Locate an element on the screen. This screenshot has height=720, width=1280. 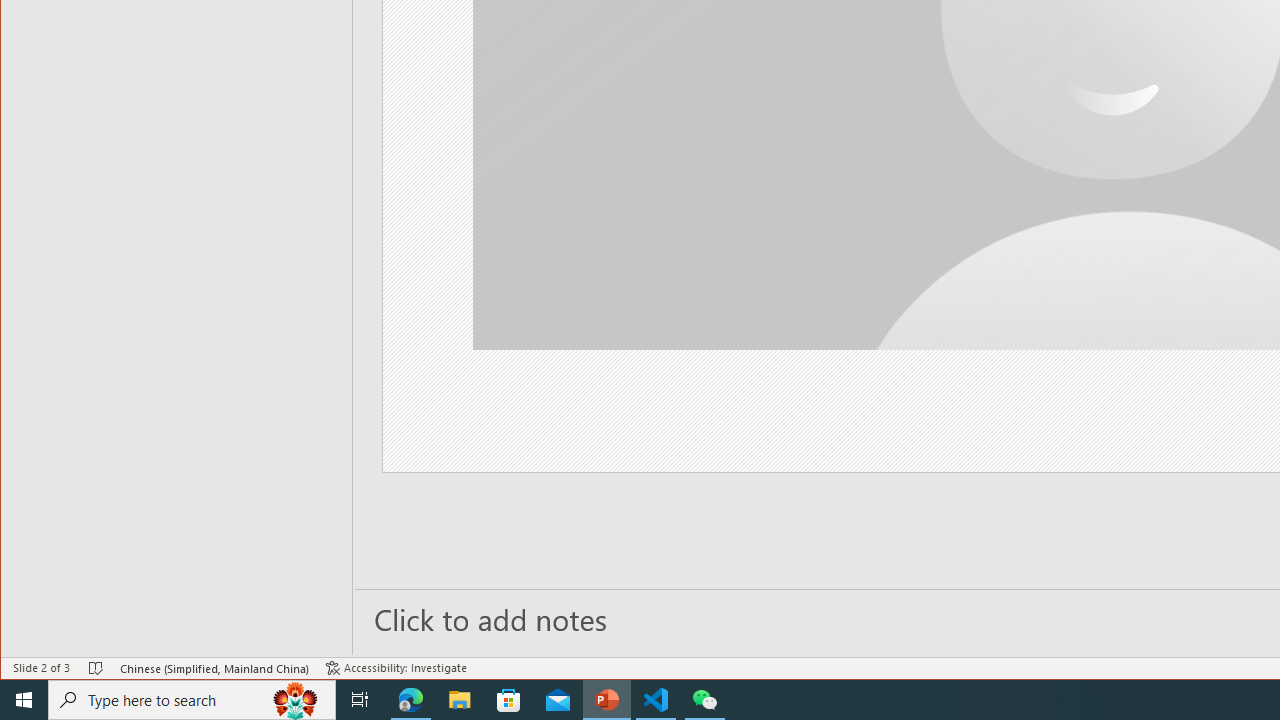
'Task View' is located at coordinates (359, 698).